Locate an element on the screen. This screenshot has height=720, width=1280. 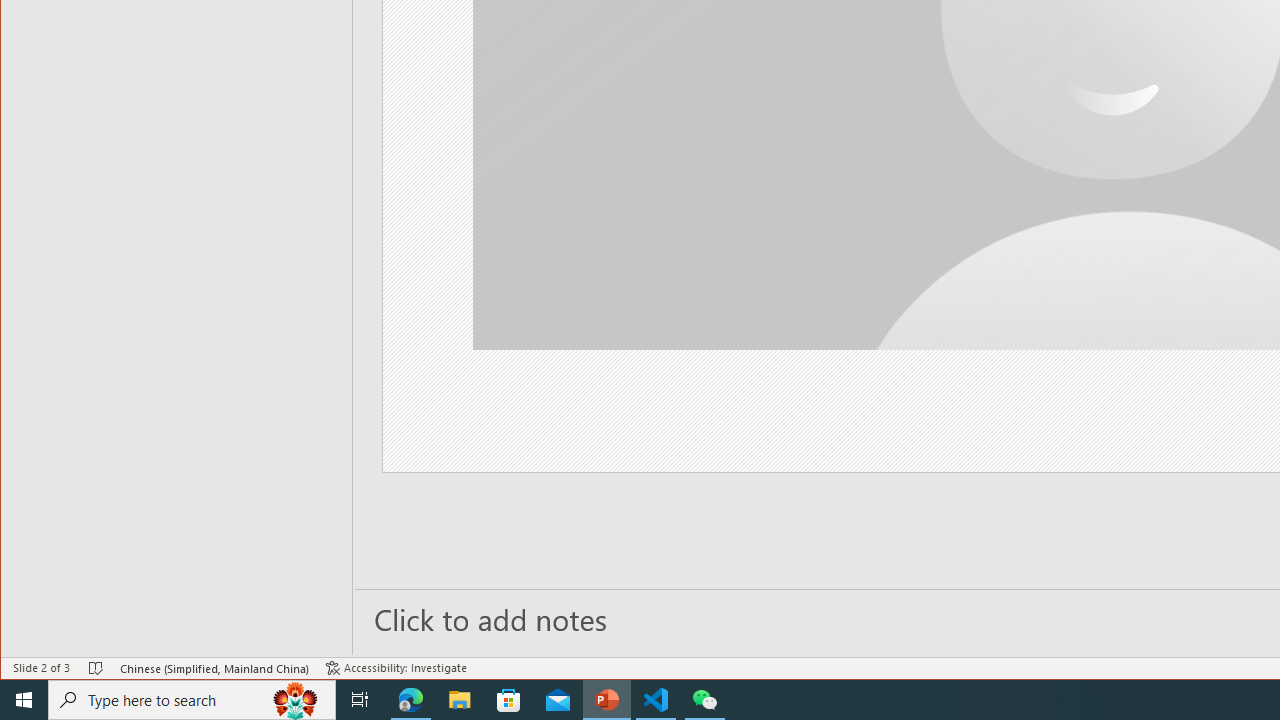
'Task View' is located at coordinates (359, 698).